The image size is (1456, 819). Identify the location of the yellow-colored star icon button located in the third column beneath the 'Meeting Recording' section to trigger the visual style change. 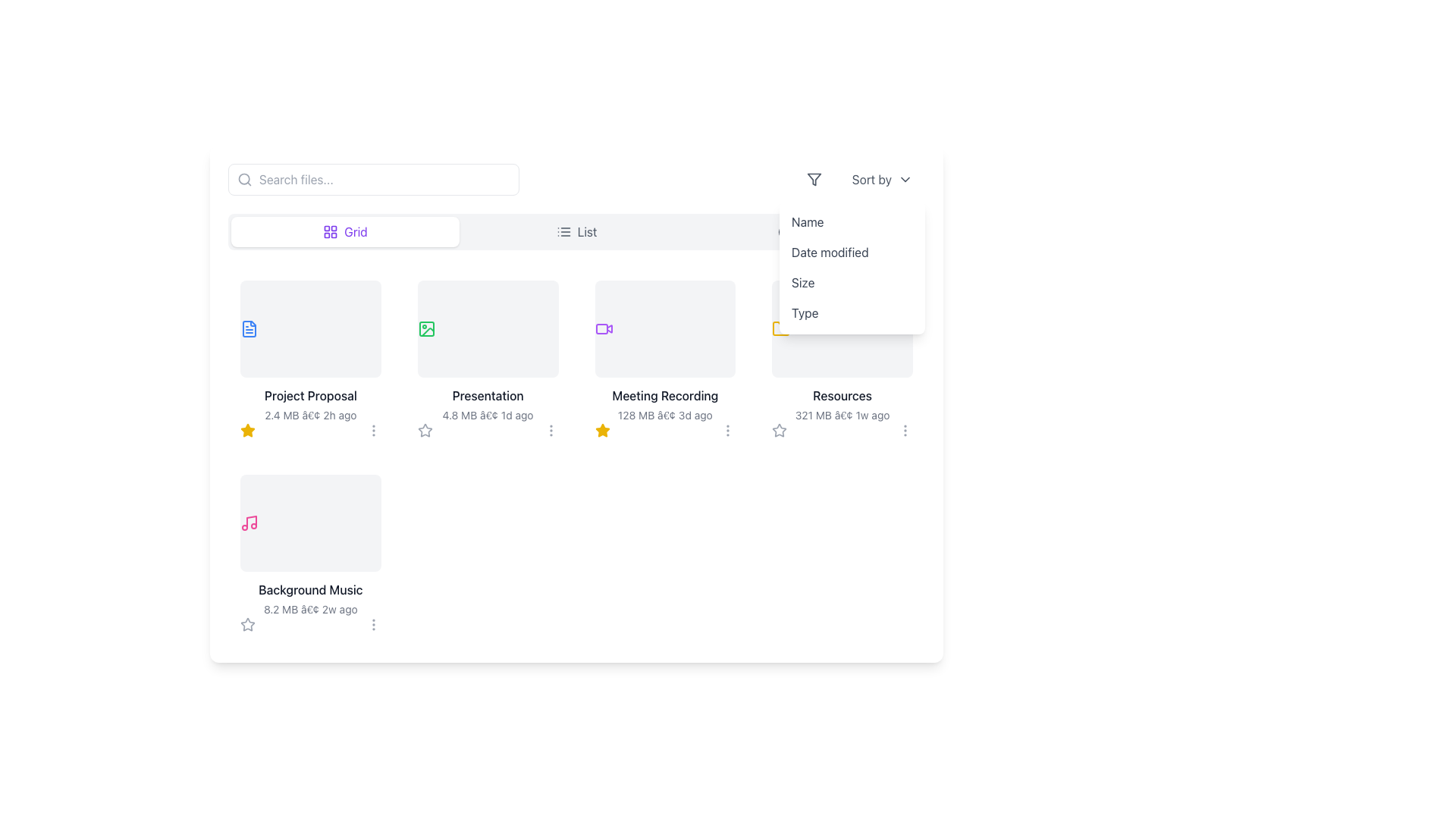
(601, 430).